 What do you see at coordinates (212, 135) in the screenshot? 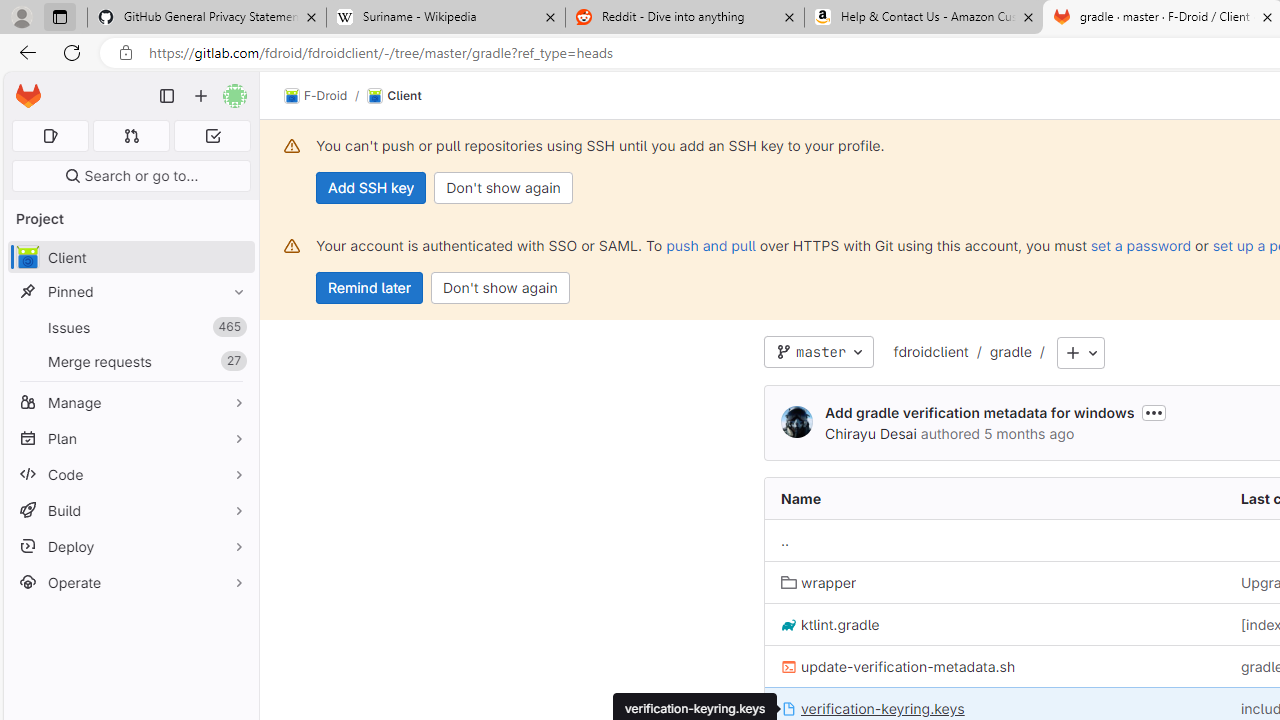
I see `'To-Do list 0'` at bounding box center [212, 135].